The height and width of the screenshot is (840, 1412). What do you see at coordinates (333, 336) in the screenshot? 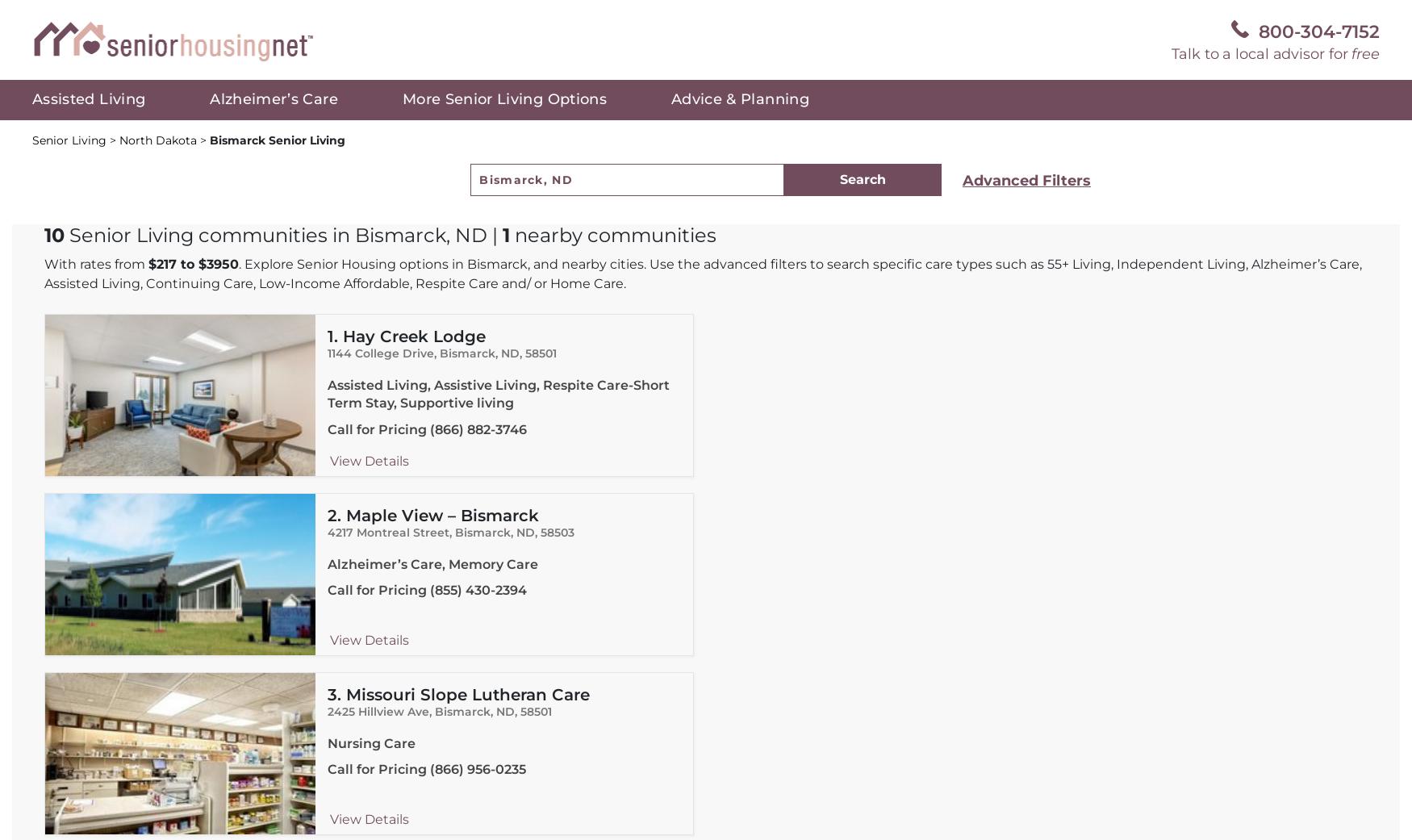
I see `'1.'` at bounding box center [333, 336].